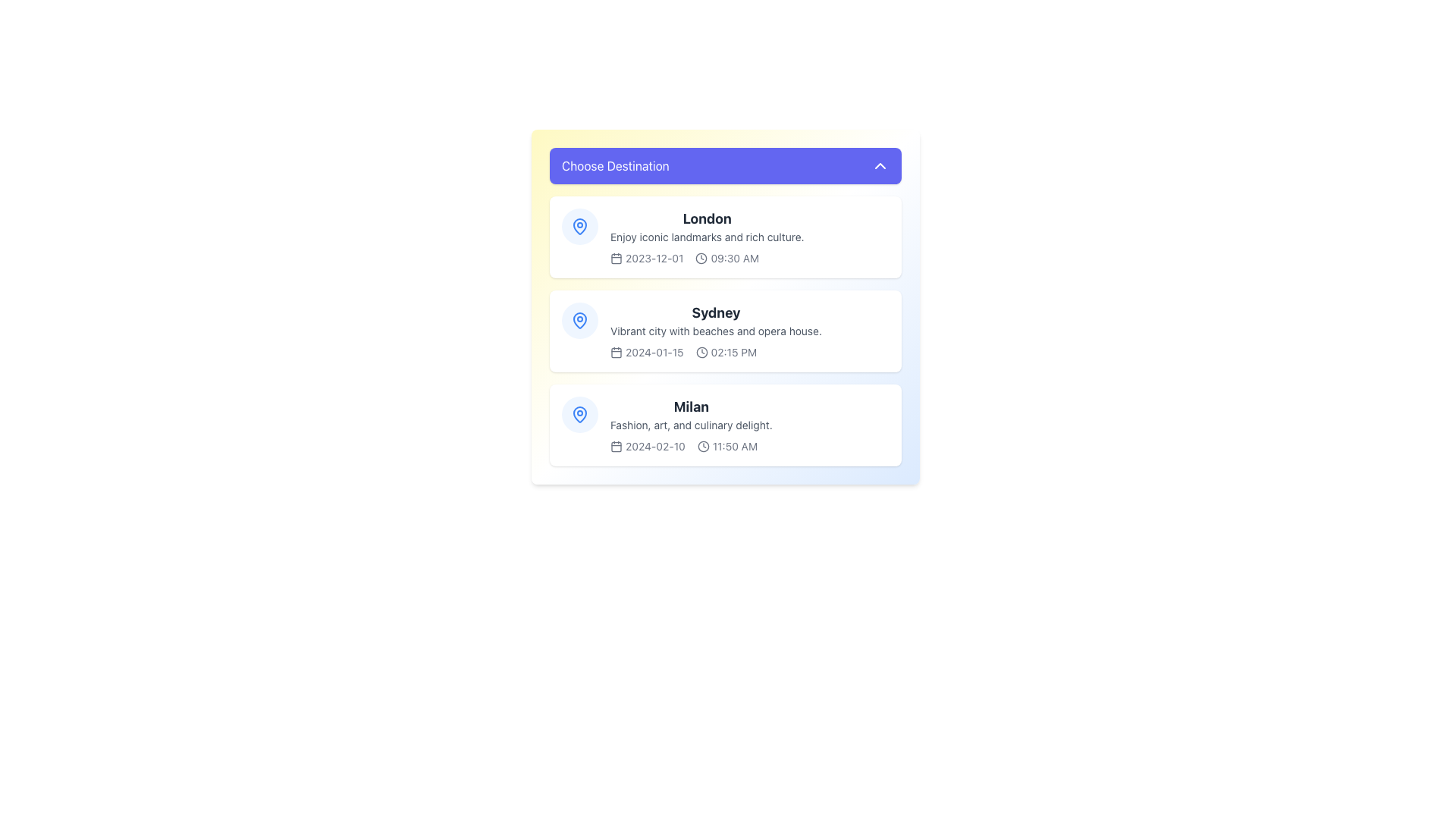  I want to click on the calendar icon located centrally within the calendar icon representing a highlighted or special date adjacent to the date text for Milan's travel date, so click(616, 446).